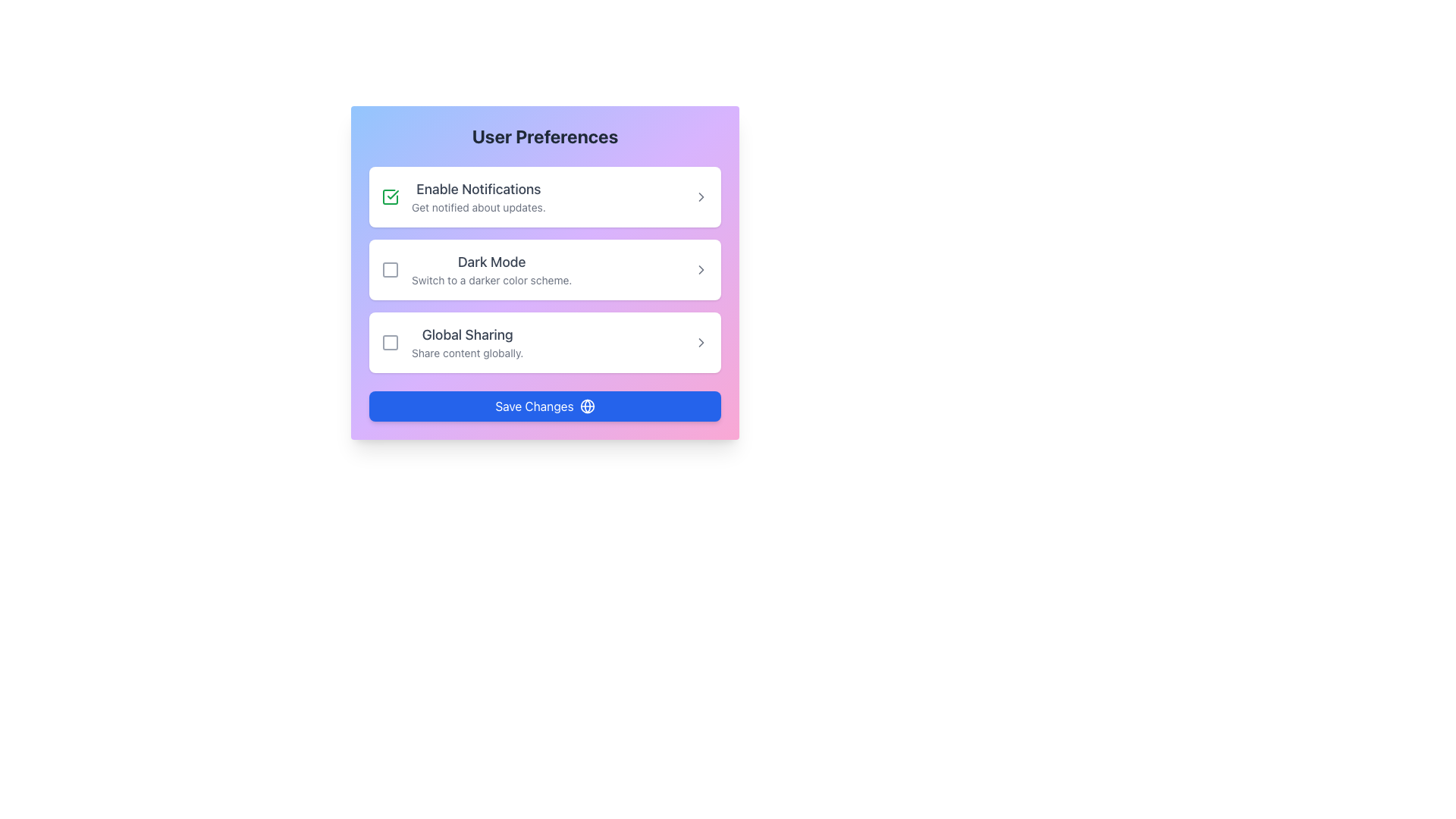 This screenshot has width=1456, height=819. I want to click on the chevron icon located to the far-right of the 'Global Sharing' option, so click(701, 342).